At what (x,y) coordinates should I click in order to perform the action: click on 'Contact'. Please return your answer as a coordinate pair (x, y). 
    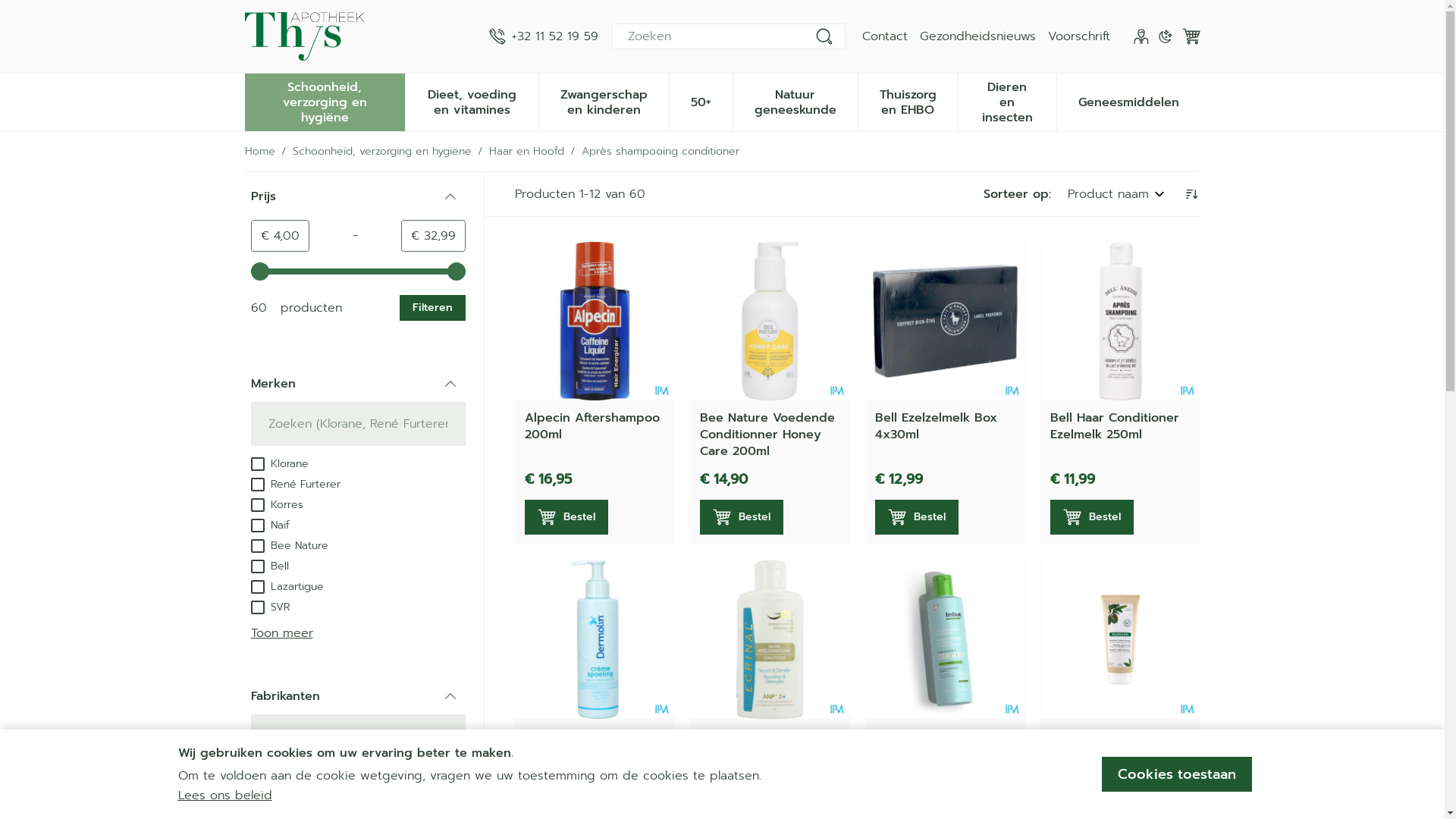
    Looking at the image, I should click on (861, 35).